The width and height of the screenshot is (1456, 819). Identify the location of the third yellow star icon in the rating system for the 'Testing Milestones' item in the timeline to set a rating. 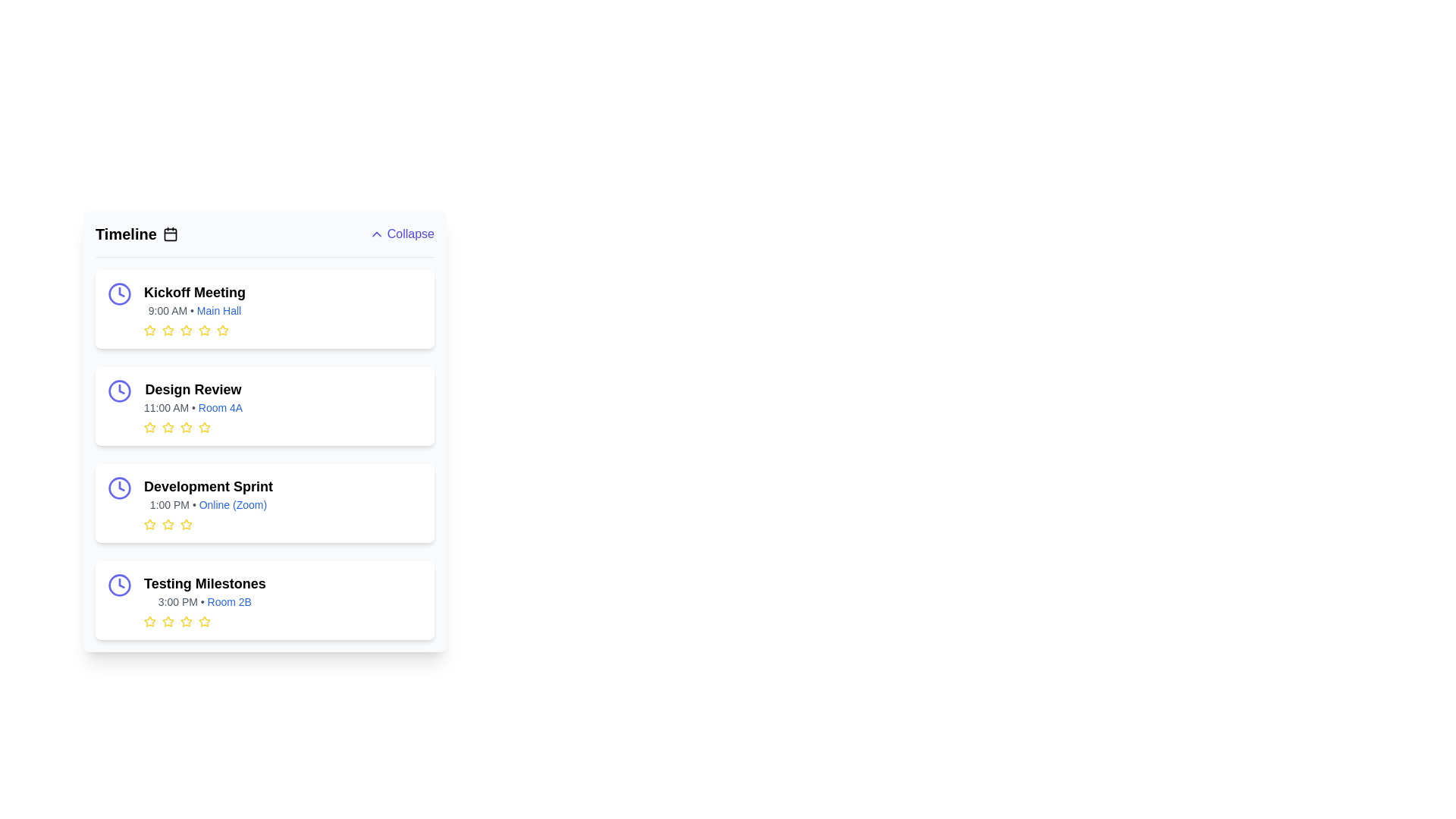
(185, 621).